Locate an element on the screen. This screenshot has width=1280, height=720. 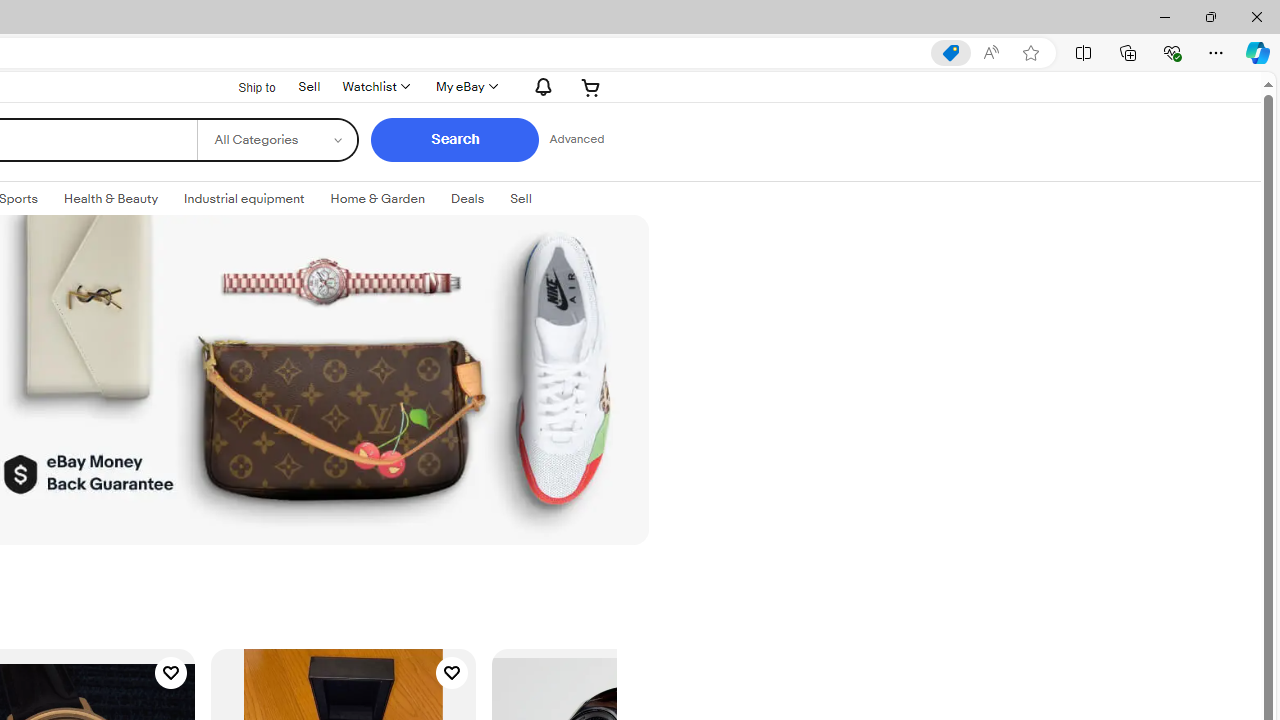
'AutomationID: gh-minicart-hover' is located at coordinates (590, 85).